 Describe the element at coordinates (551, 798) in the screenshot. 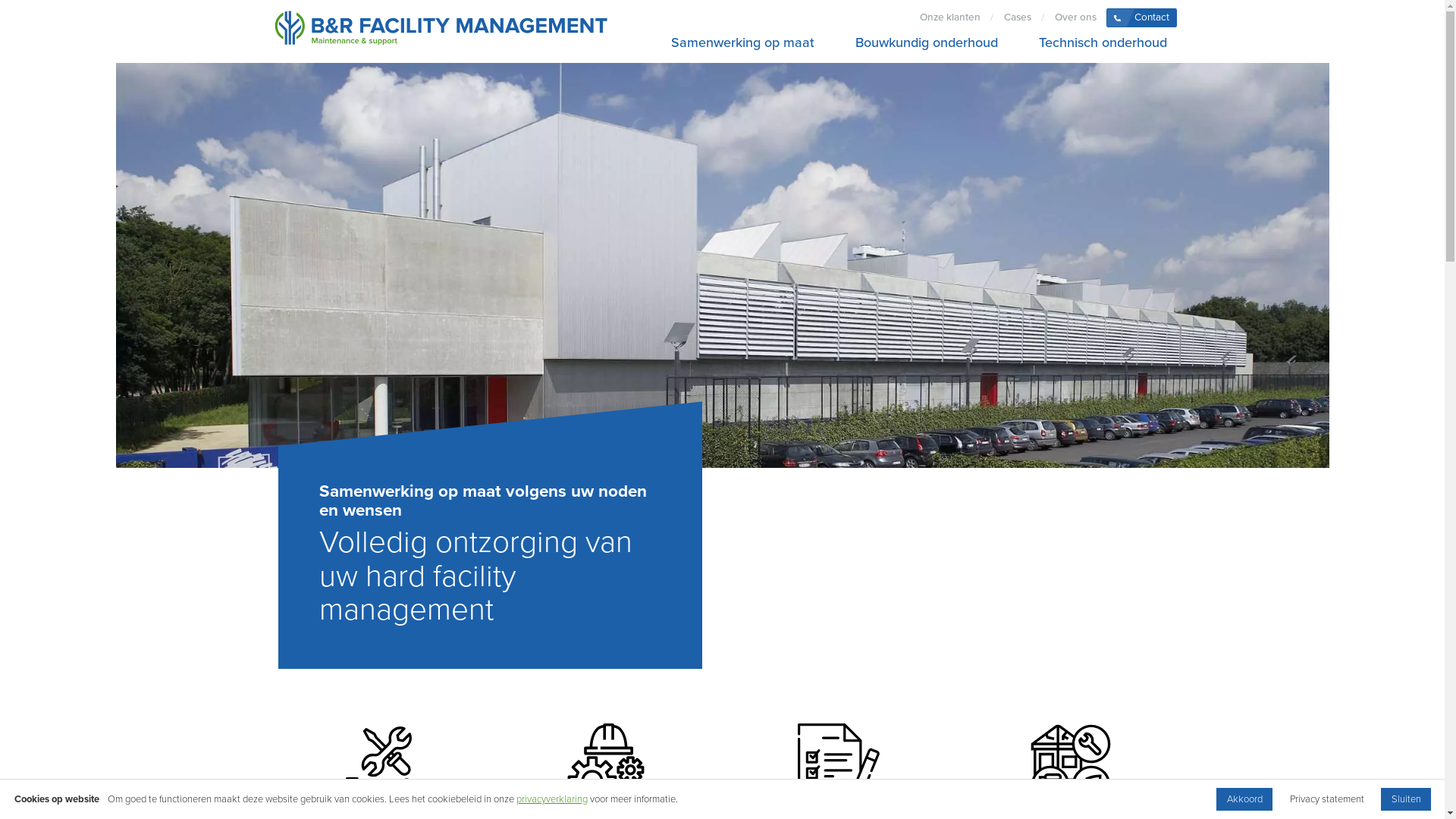

I see `'privacyverklaring'` at that location.